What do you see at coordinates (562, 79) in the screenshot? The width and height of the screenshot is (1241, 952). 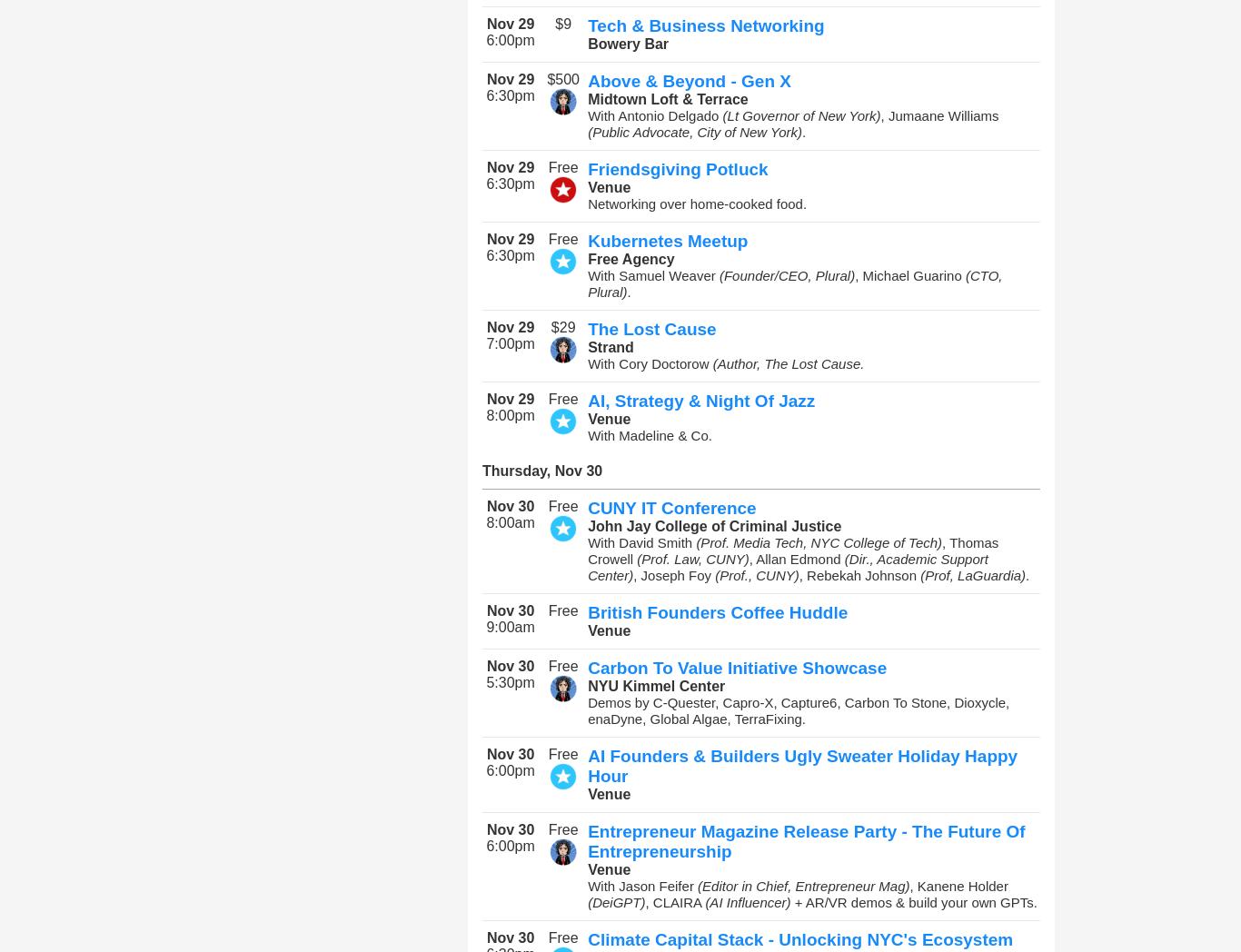 I see `'$500'` at bounding box center [562, 79].